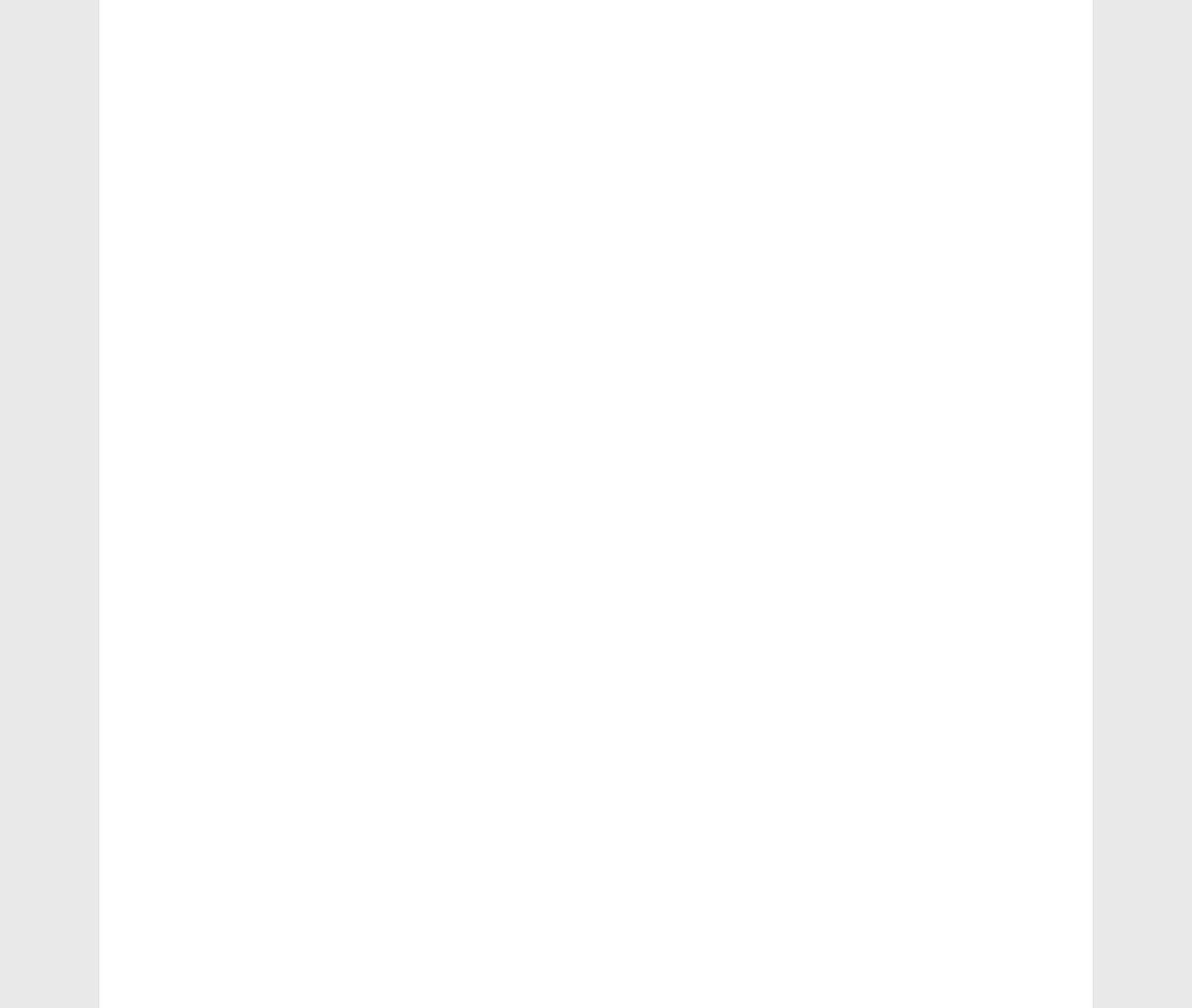  I want to click on 'HDFC', so click(174, 948).